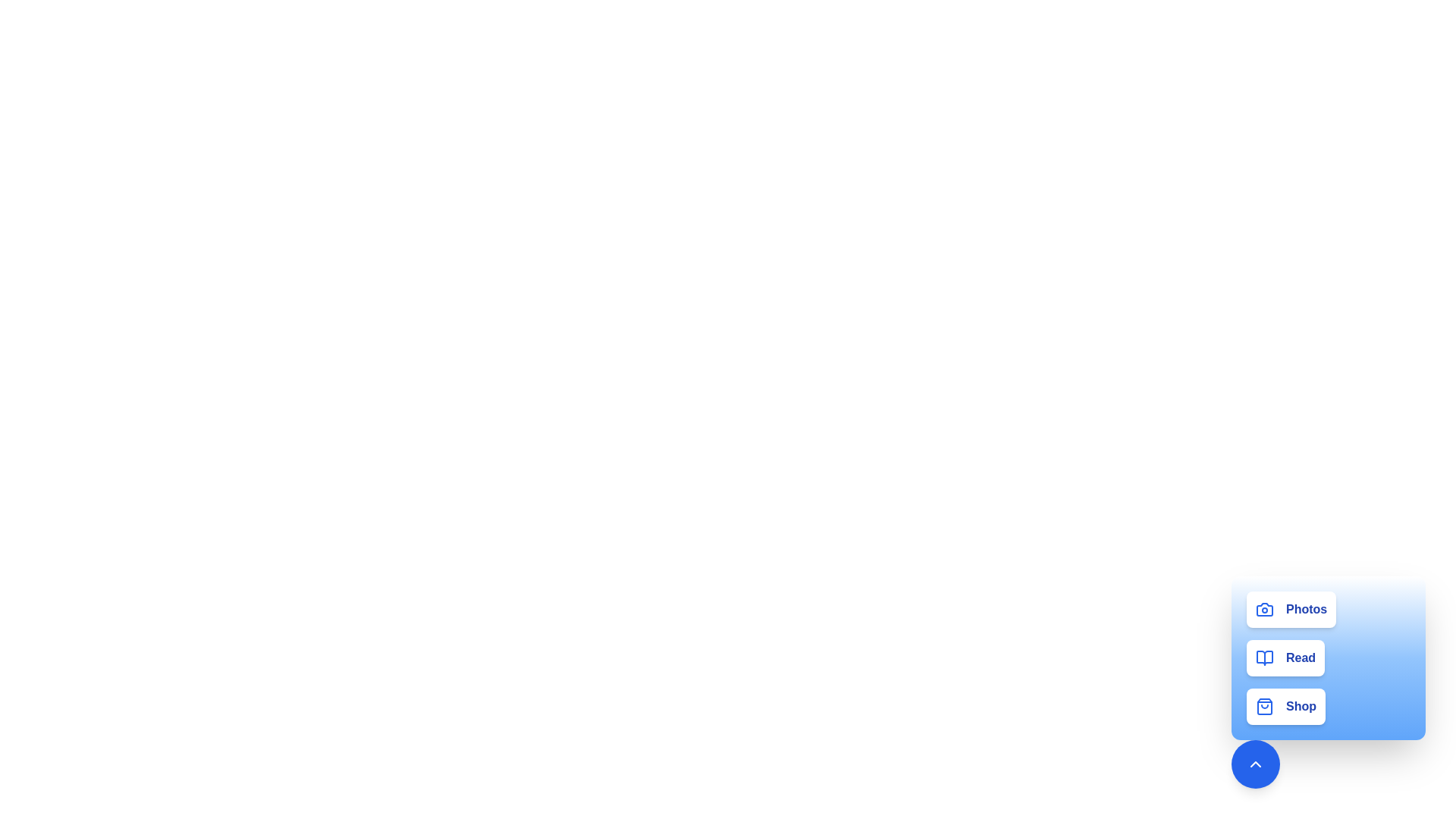 This screenshot has height=819, width=1456. Describe the element at coordinates (1256, 764) in the screenshot. I see `the button with the ChevronUp icon to collapse the activity list` at that location.